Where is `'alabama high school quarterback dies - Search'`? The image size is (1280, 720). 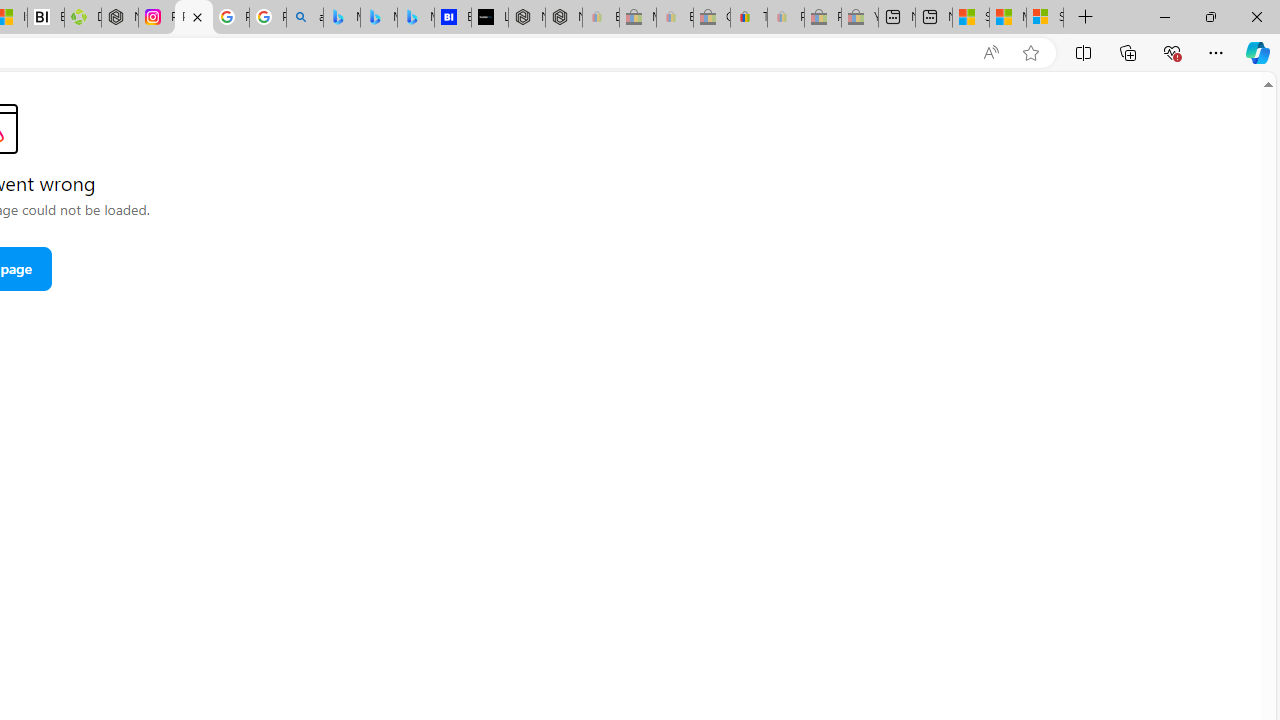
'alabama high school quarterback dies - Search' is located at coordinates (303, 17).